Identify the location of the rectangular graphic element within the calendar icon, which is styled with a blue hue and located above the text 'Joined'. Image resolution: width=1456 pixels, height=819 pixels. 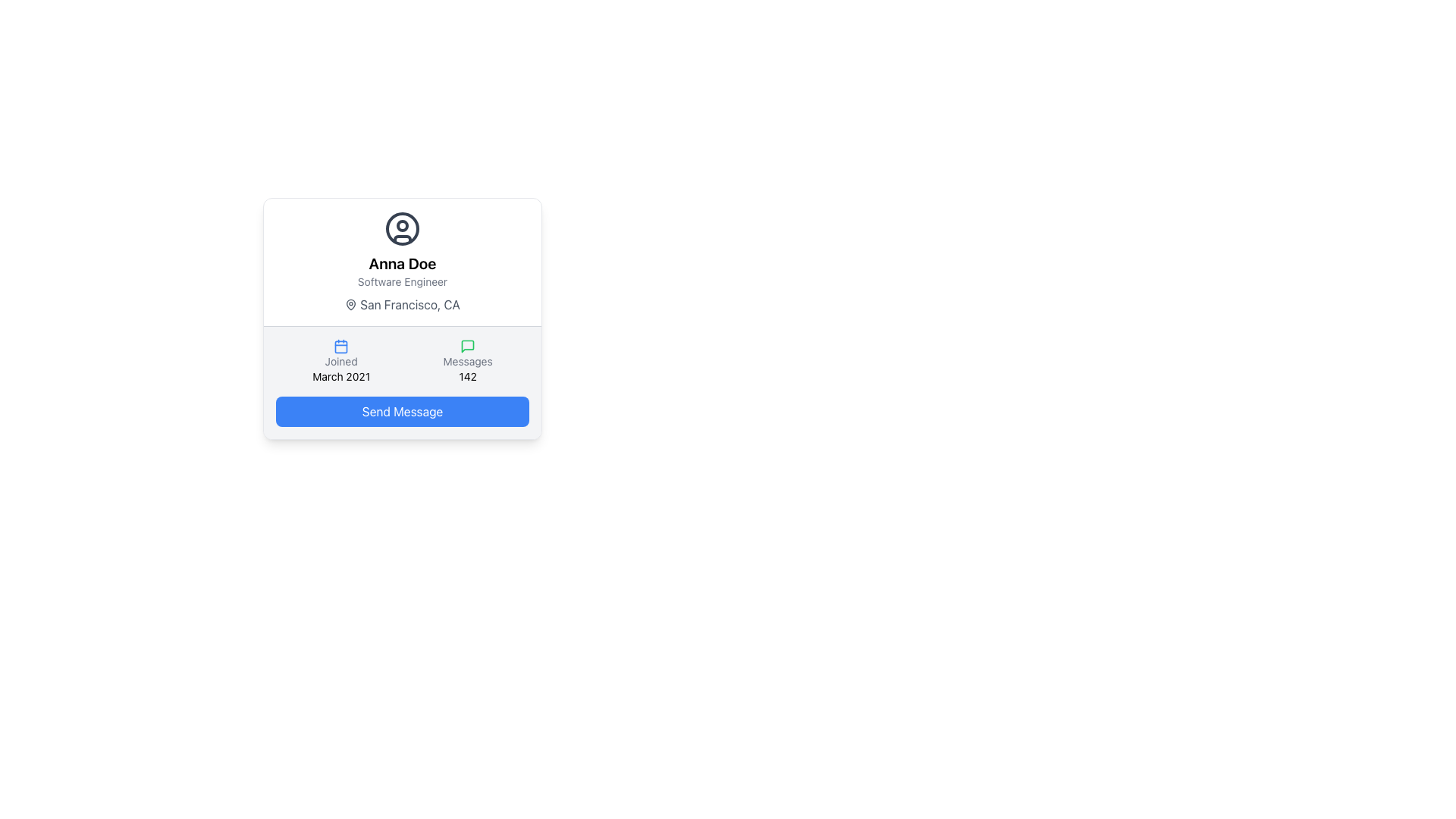
(340, 347).